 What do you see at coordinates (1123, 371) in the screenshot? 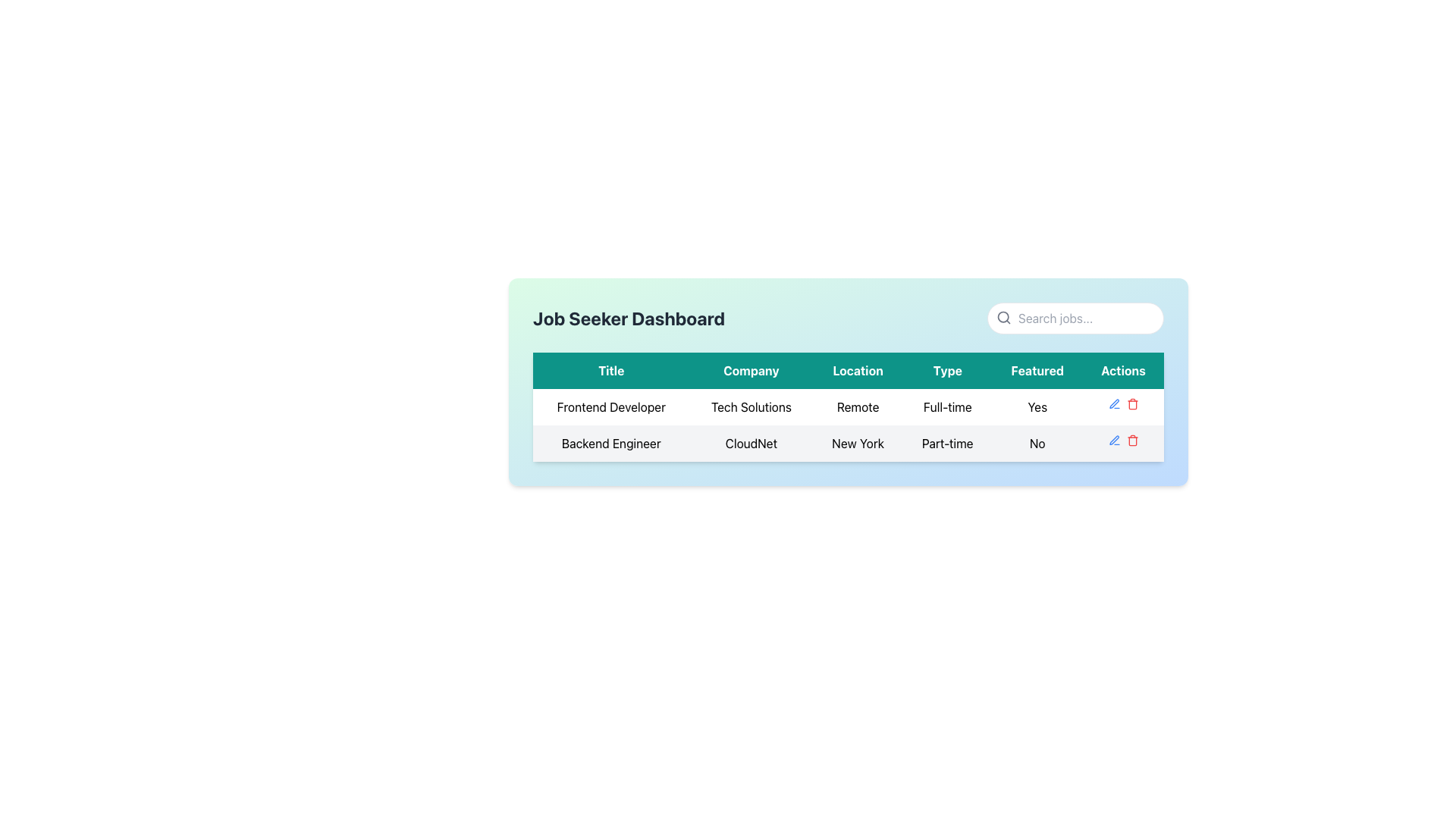
I see `the 'Actions' label header, which has a teal background and white text, located at the far-right end of the header row in the table` at bounding box center [1123, 371].